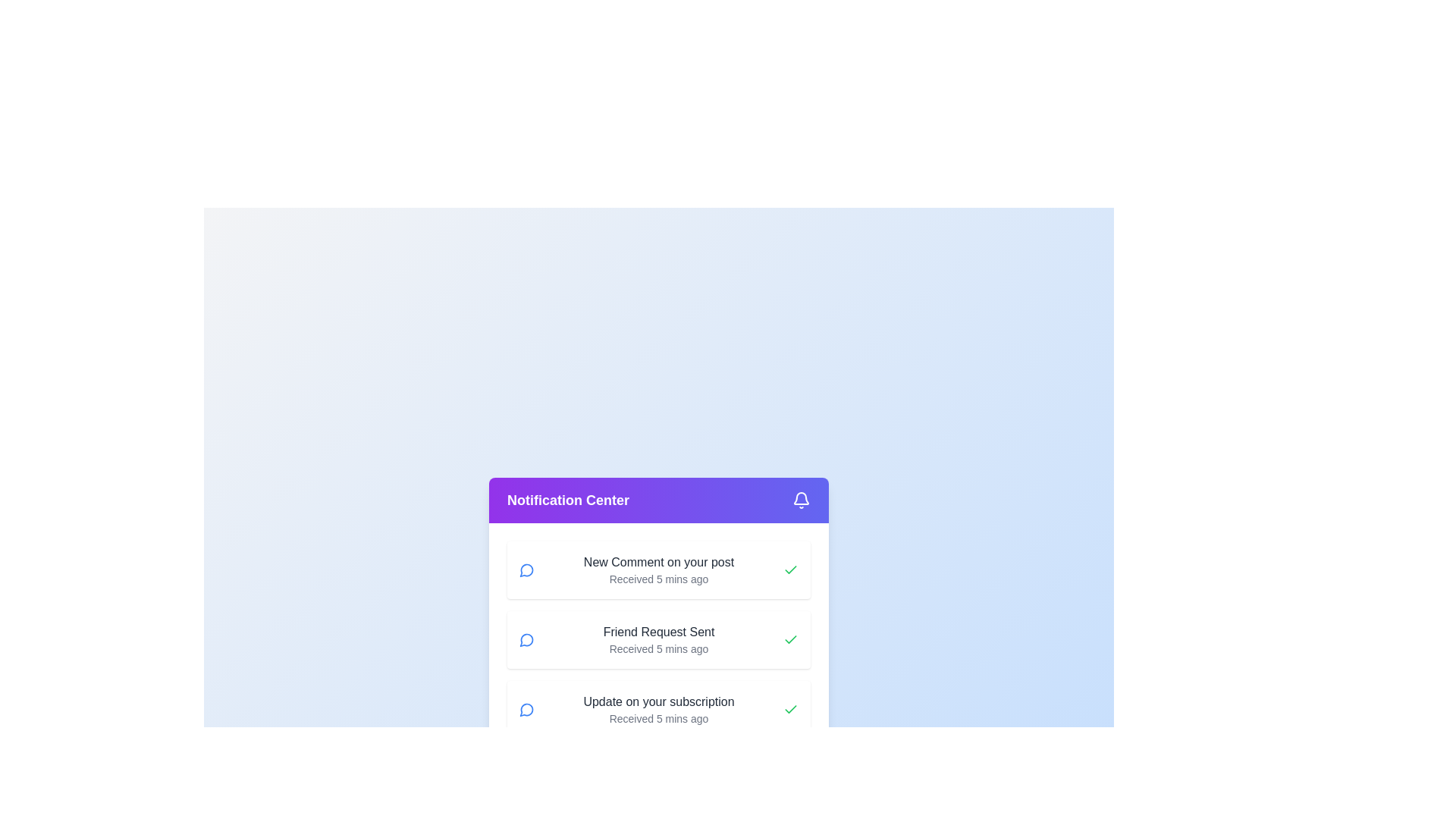 Image resolution: width=1456 pixels, height=819 pixels. What do you see at coordinates (789, 640) in the screenshot?
I see `the green checkmark icon located at the far right of the 'Friend Request Sent' notification card, indicating confirmation or completion` at bounding box center [789, 640].